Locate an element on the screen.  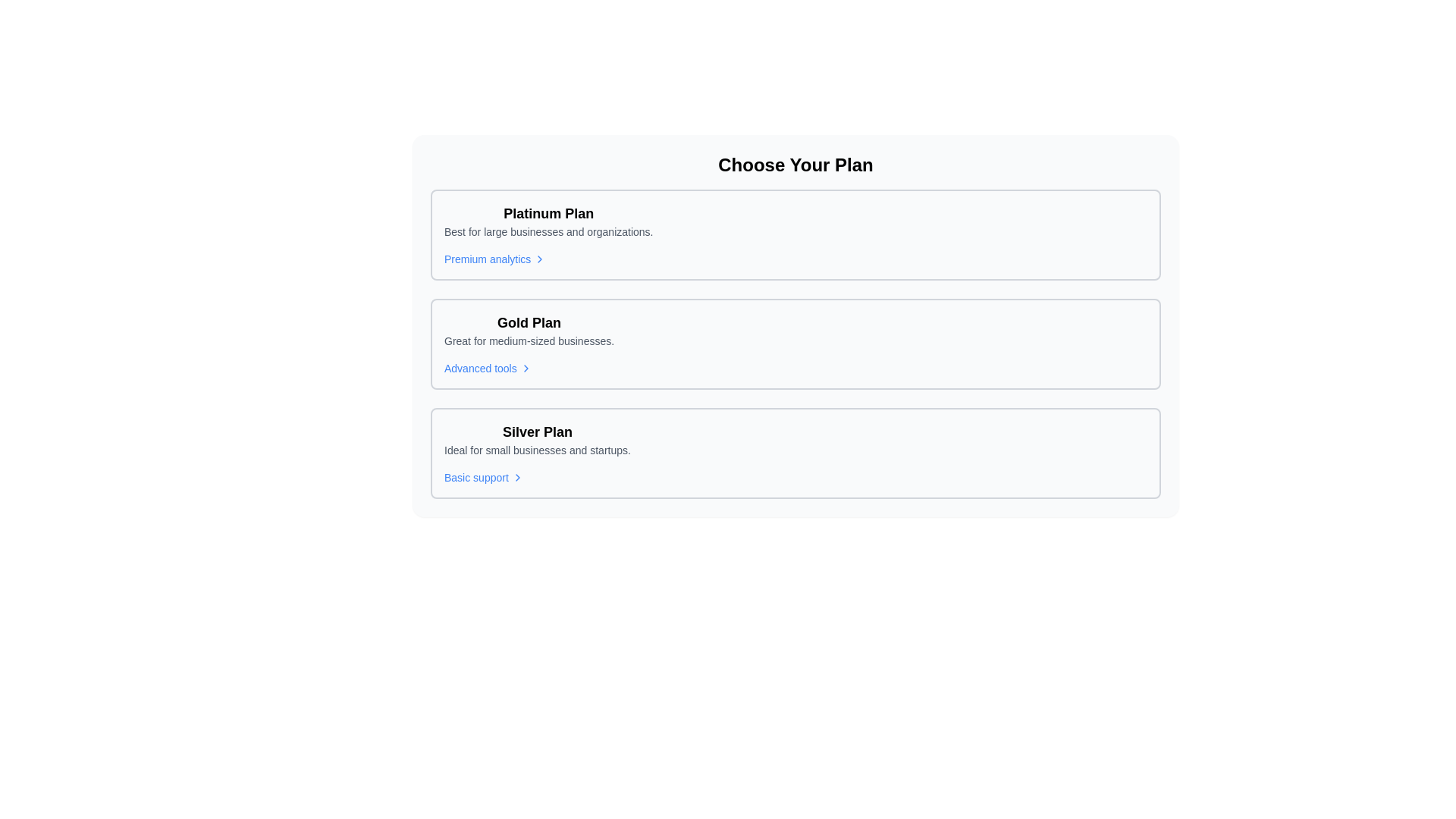
the top section of the 'Gold Plan' card that displays its name and description, which is the second card in a vertical stack of three options is located at coordinates (795, 329).